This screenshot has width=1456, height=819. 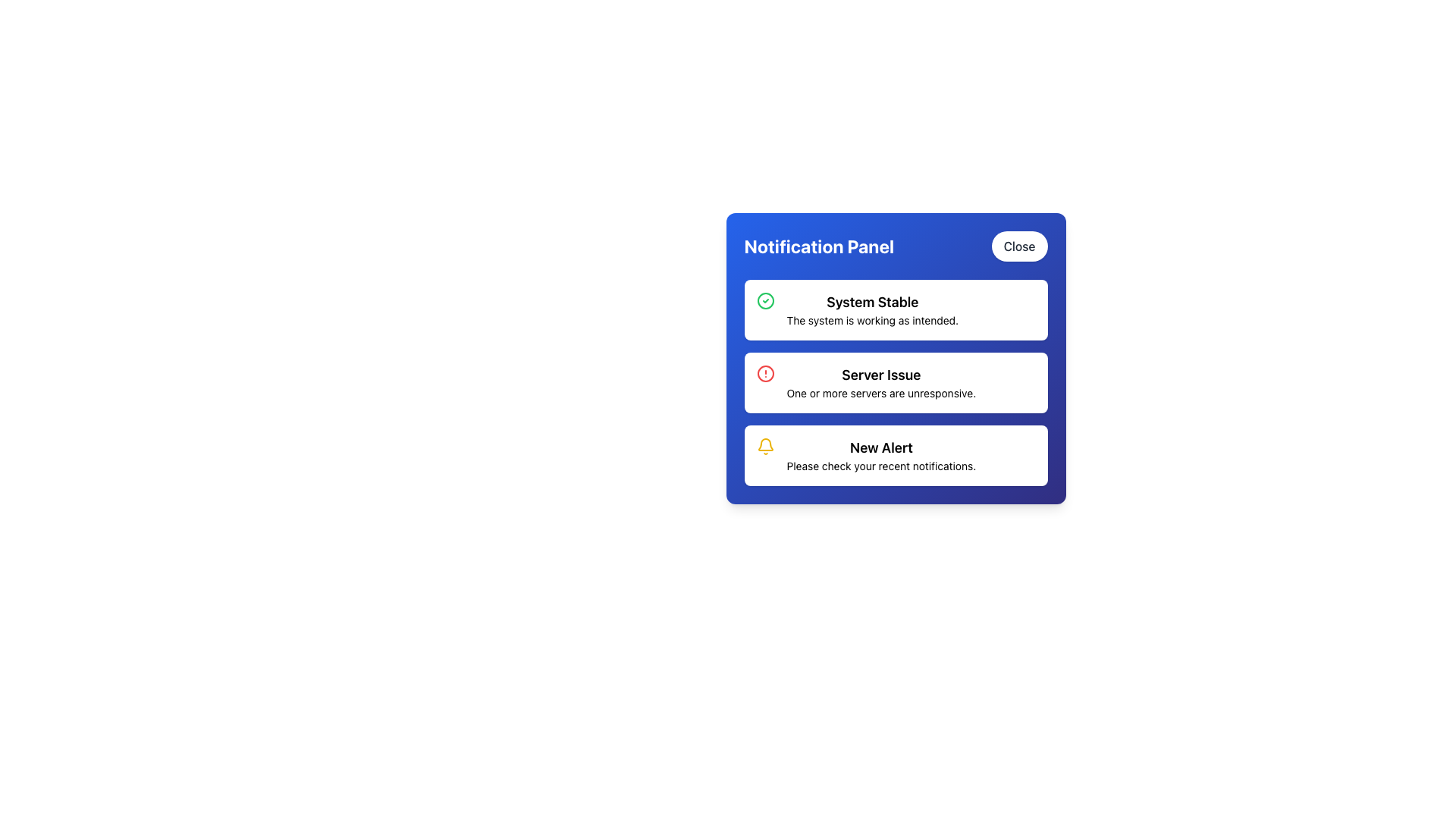 What do you see at coordinates (872, 302) in the screenshot?
I see `status message text indicating that the system is stable and functioning normally, located in the Notification Panel above the descriptive text 'The system is working as intended.'` at bounding box center [872, 302].